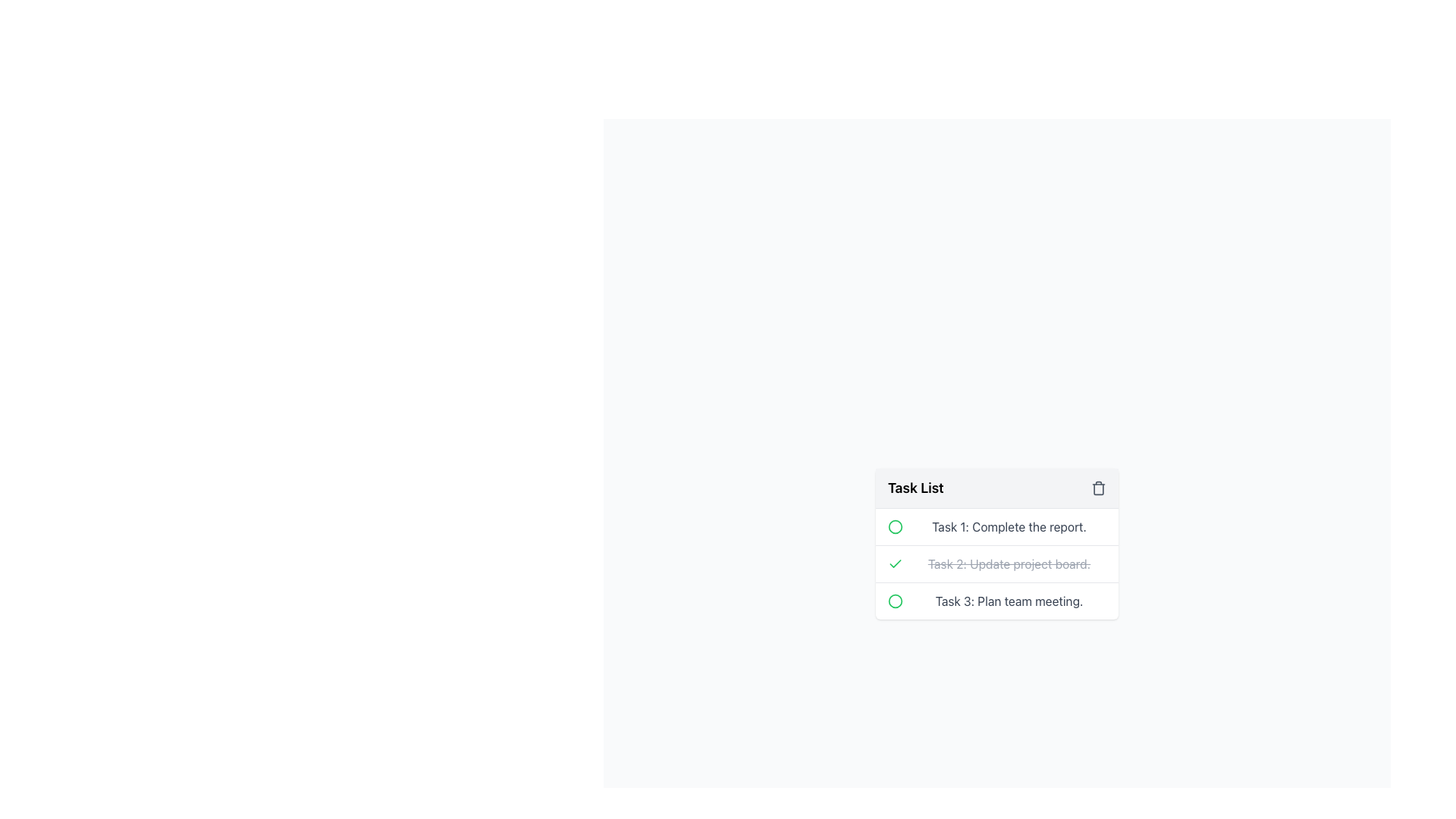 This screenshot has width=1456, height=819. Describe the element at coordinates (1009, 563) in the screenshot. I see `the text label styled in gray with strikethrough that contains the content 'Task 2: Update project board.' located in the 'Task List'` at that location.